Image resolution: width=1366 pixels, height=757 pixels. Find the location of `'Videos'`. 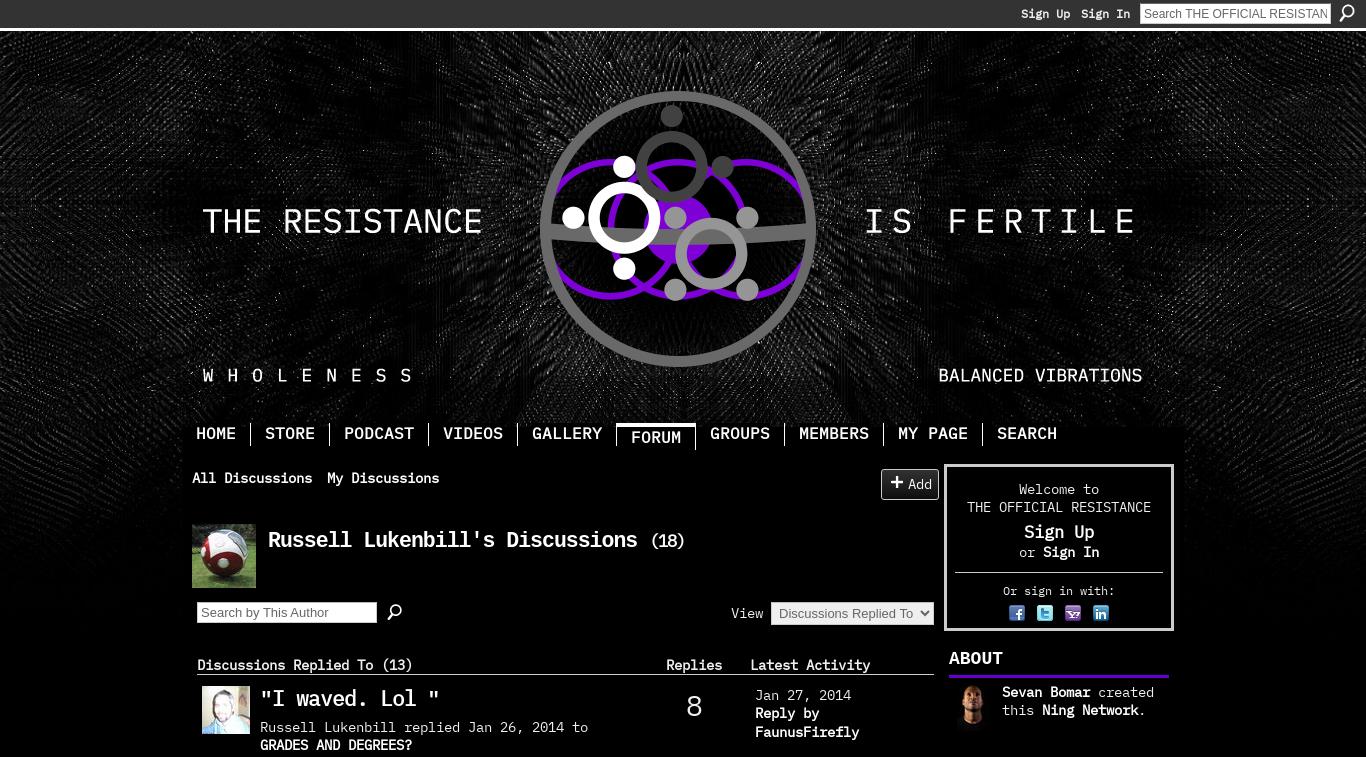

'Videos' is located at coordinates (473, 432).